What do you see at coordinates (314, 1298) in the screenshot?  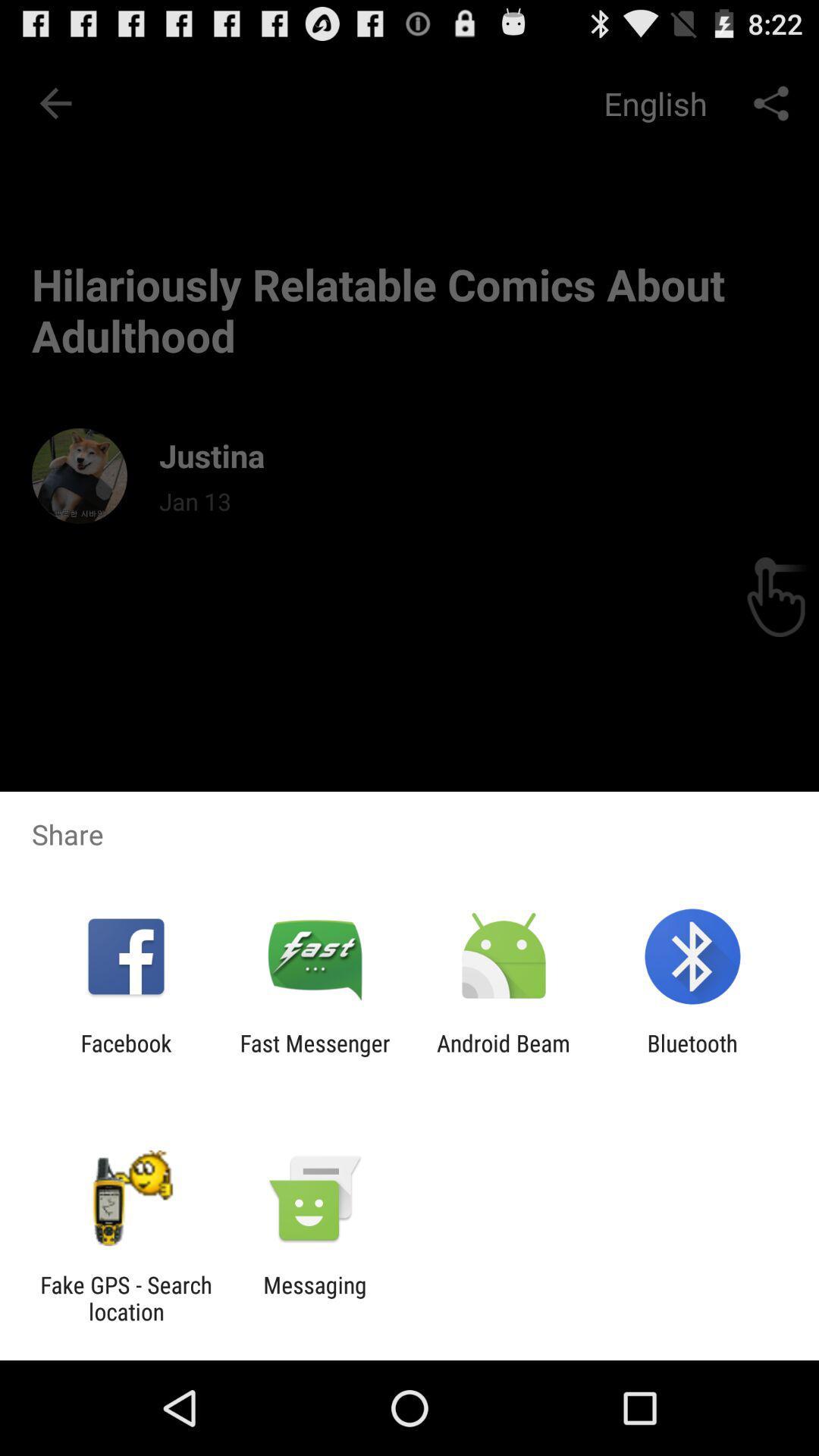 I see `the app next to the fake gps search` at bounding box center [314, 1298].